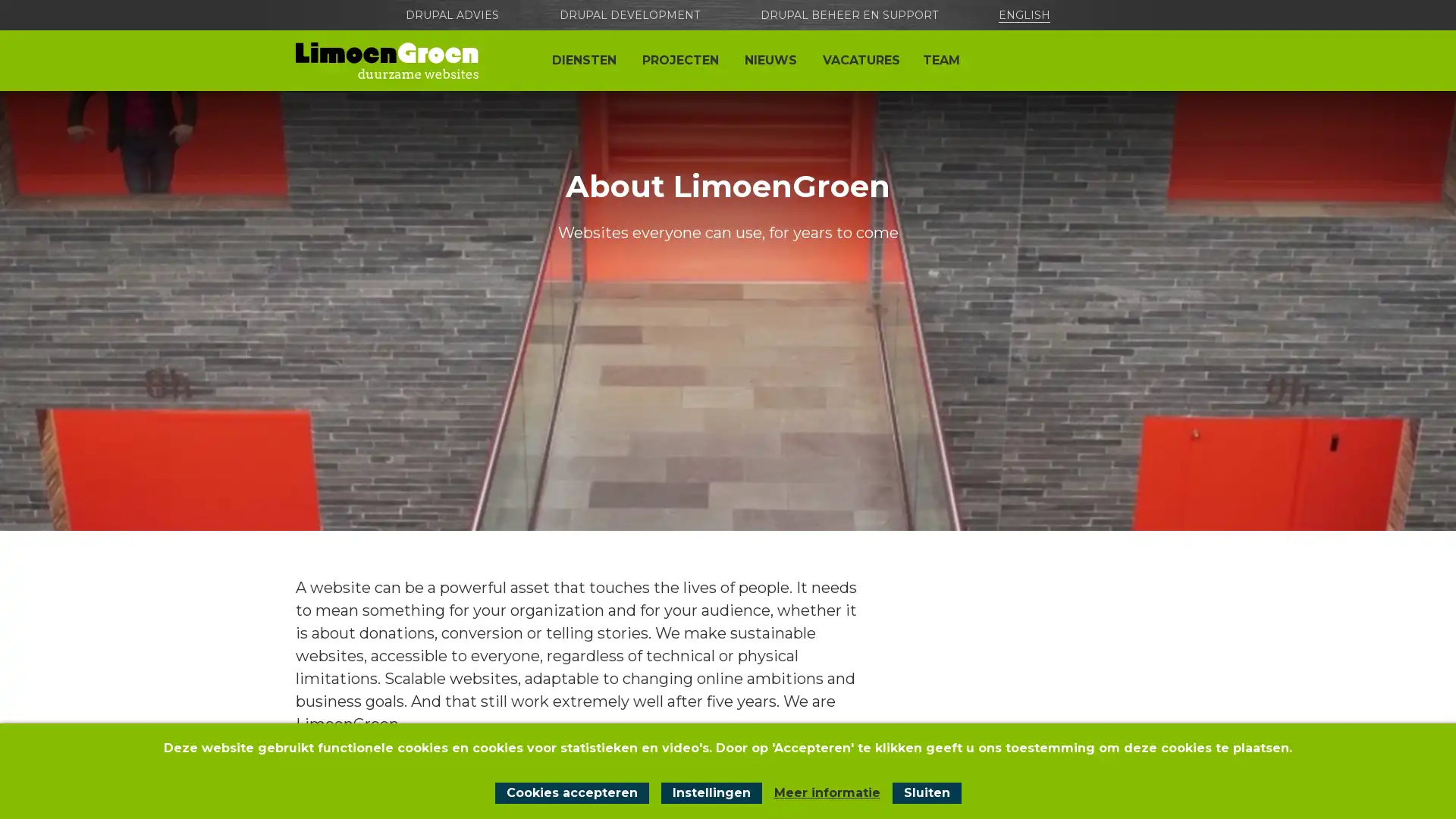 Image resolution: width=1456 pixels, height=819 pixels. I want to click on Sluit cookiemelding, so click(925, 792).